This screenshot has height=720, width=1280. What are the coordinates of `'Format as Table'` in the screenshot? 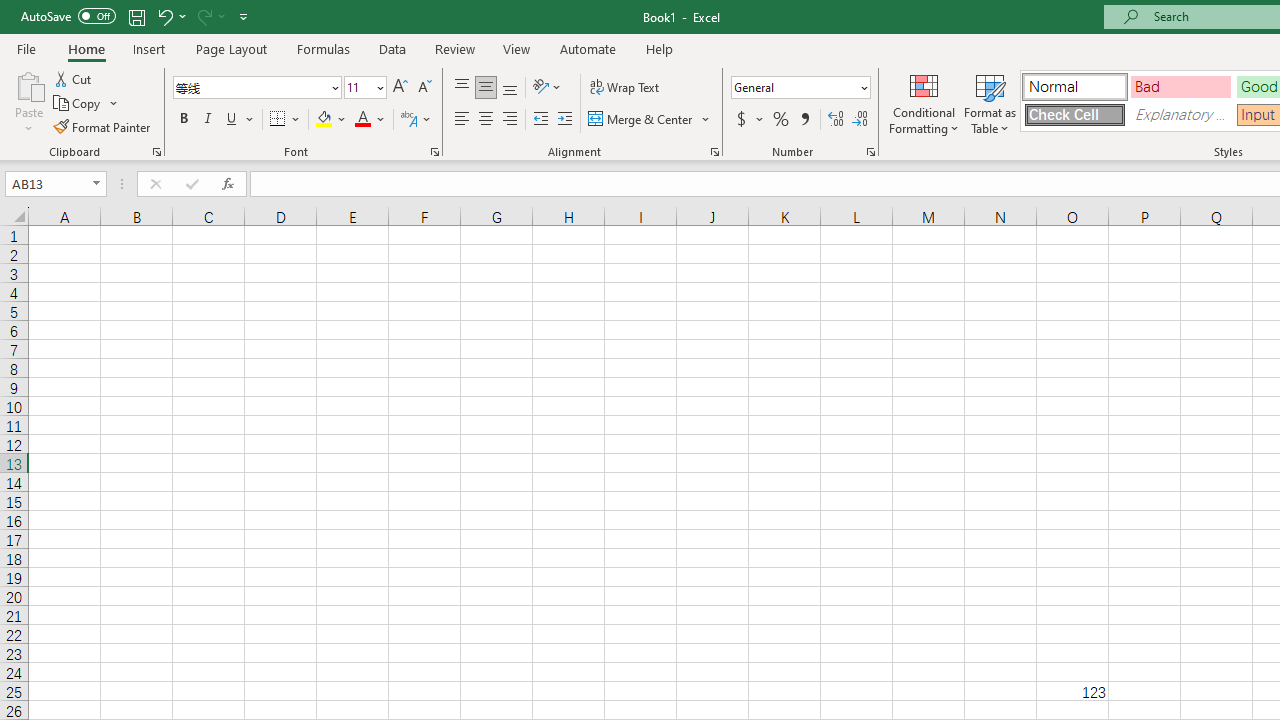 It's located at (990, 103).